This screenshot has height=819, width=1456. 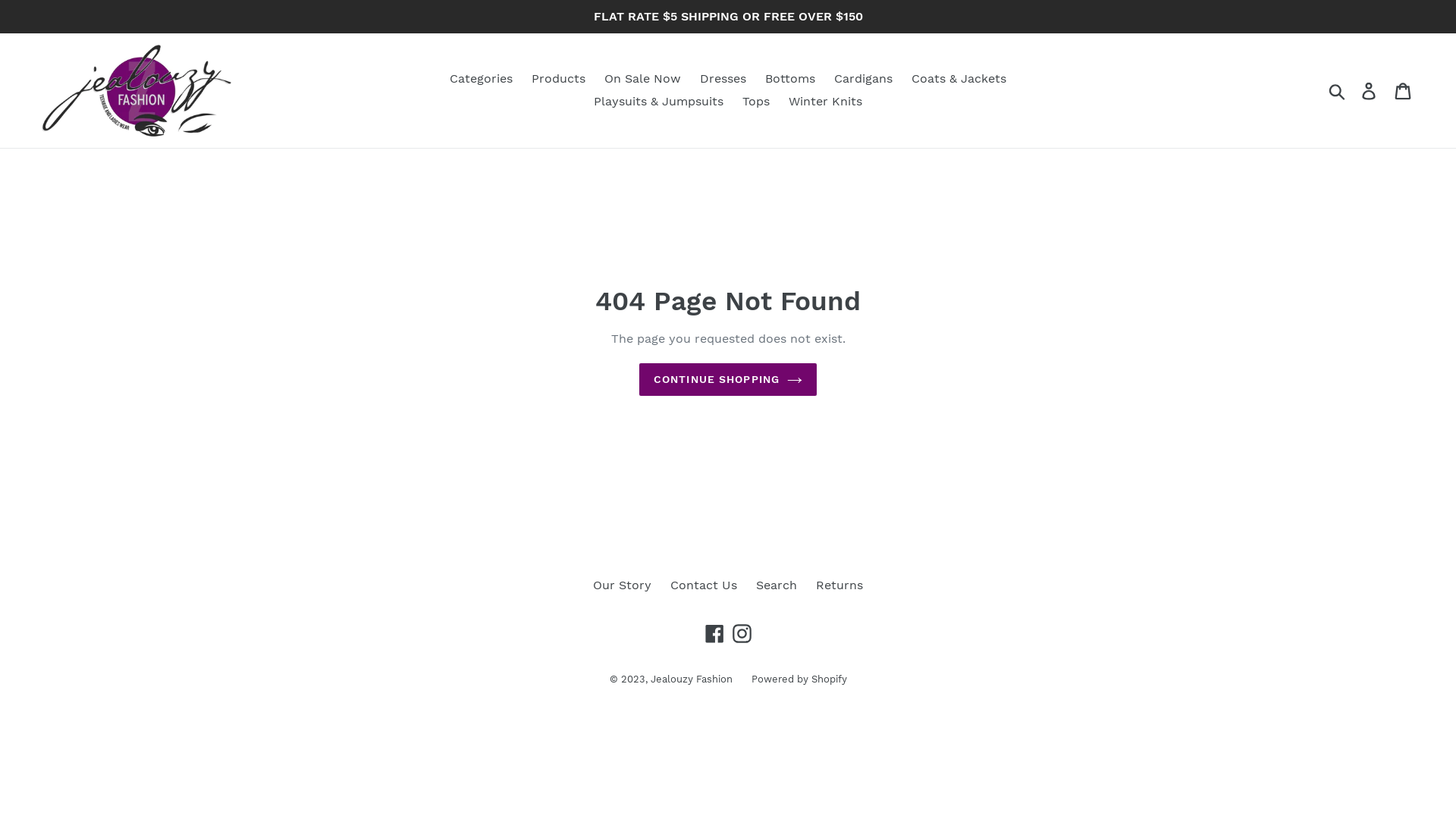 I want to click on 'Products', so click(x=557, y=79).